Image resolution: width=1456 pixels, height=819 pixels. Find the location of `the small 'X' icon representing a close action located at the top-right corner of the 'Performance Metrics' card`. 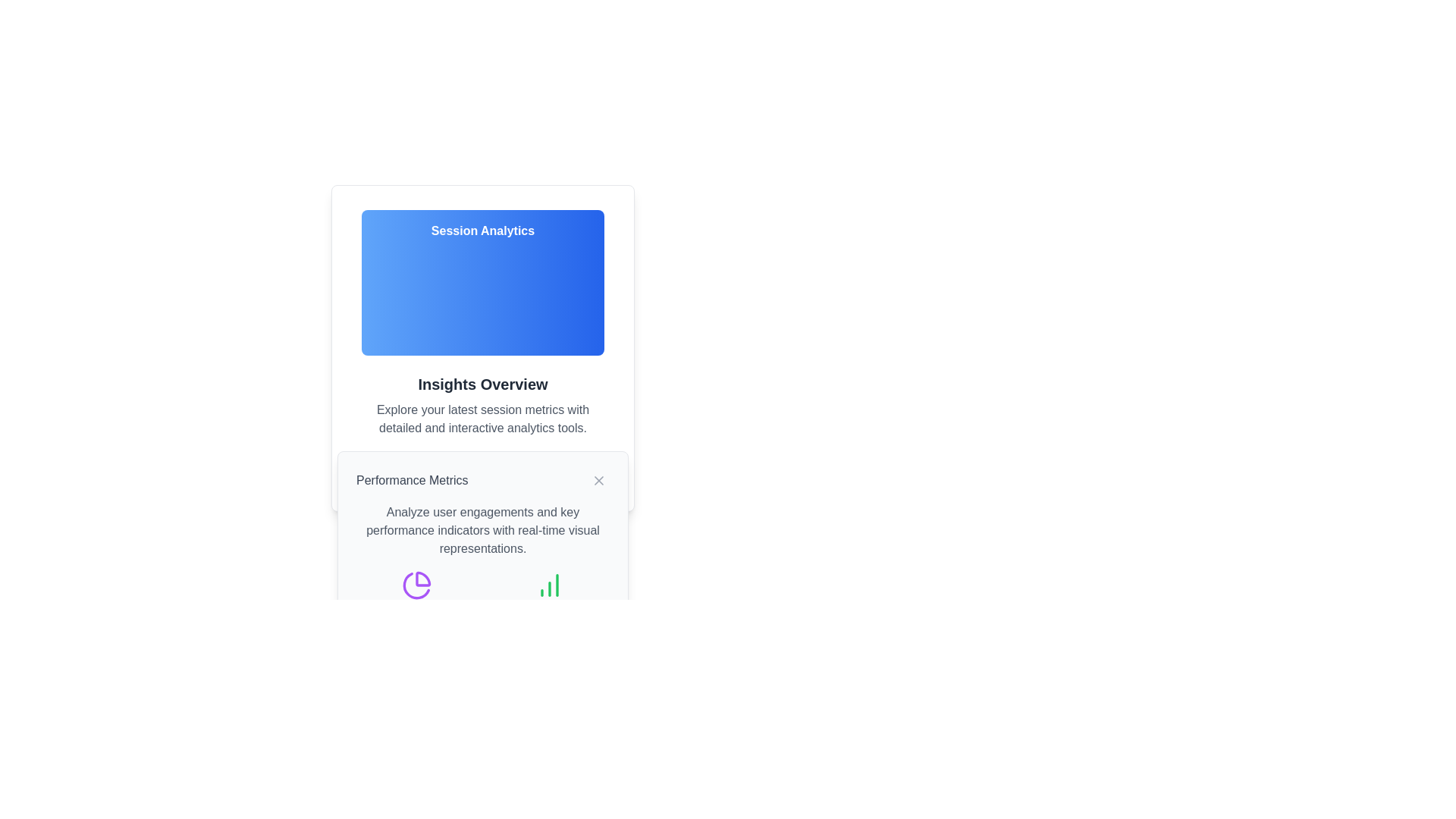

the small 'X' icon representing a close action located at the top-right corner of the 'Performance Metrics' card is located at coordinates (598, 480).